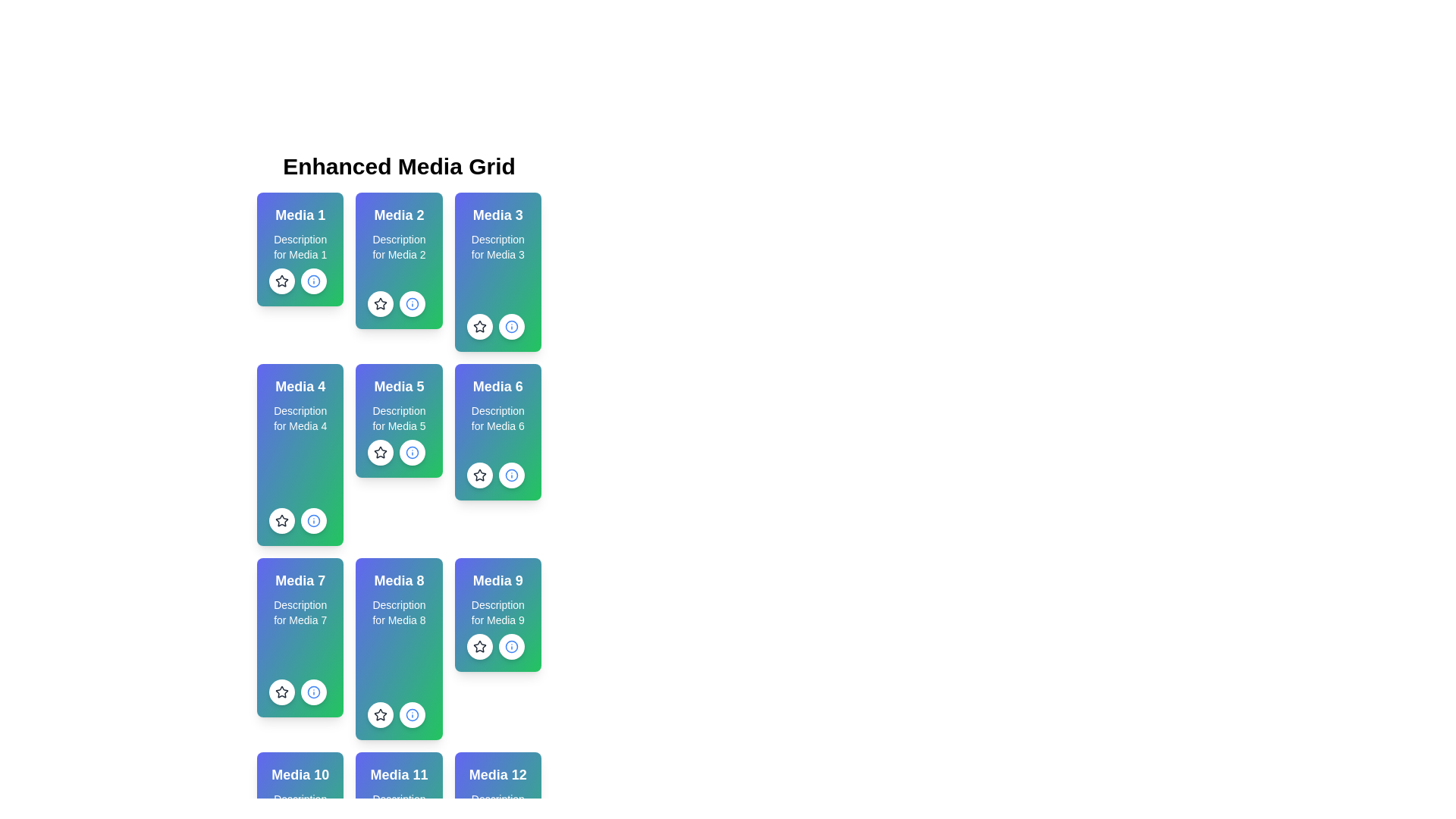  What do you see at coordinates (312, 519) in the screenshot?
I see `the informational icon located in the right-bottom section of the Media 6 card` at bounding box center [312, 519].